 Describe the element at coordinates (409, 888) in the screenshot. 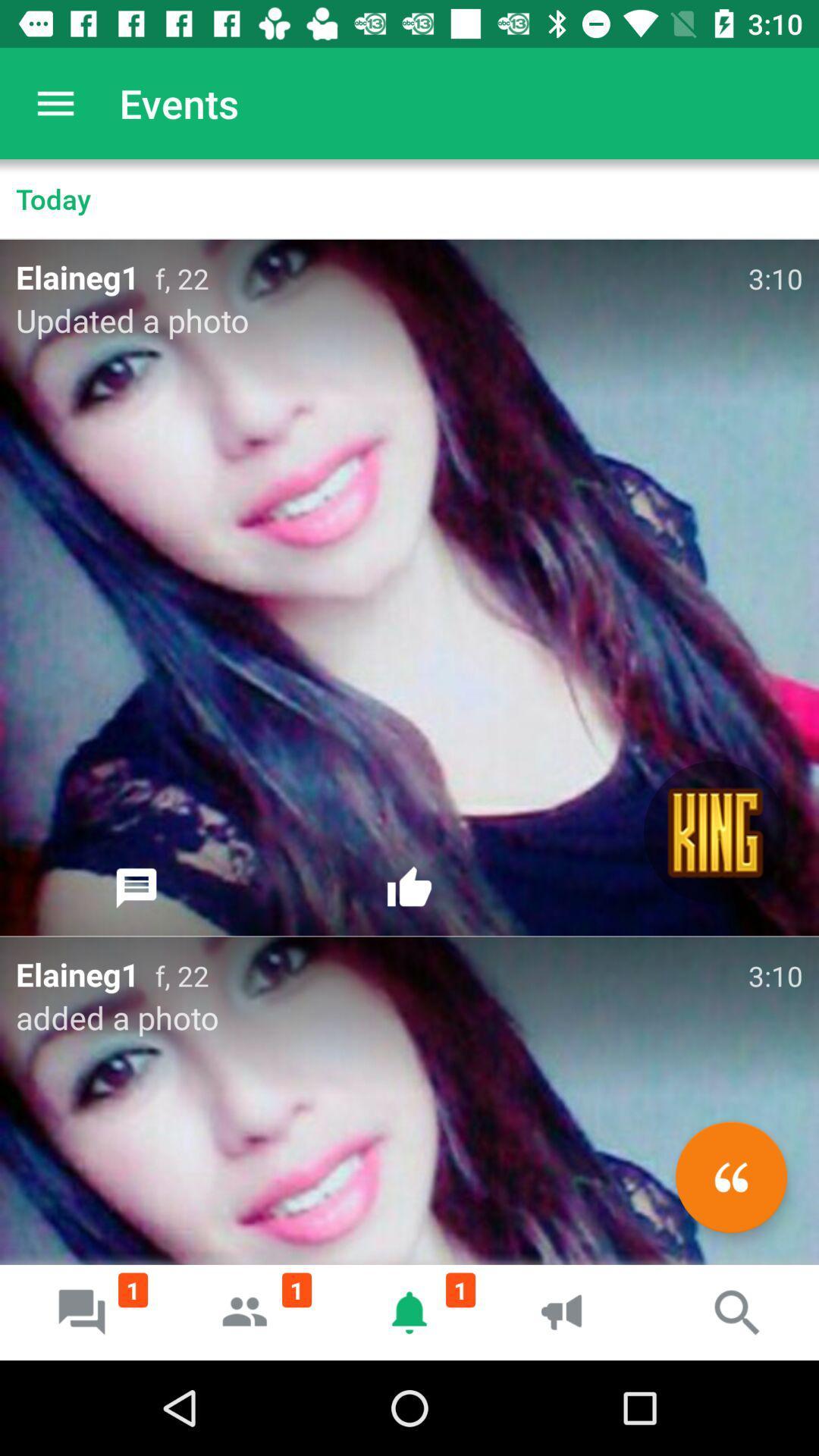

I see `icon below f, 22 icon` at that location.